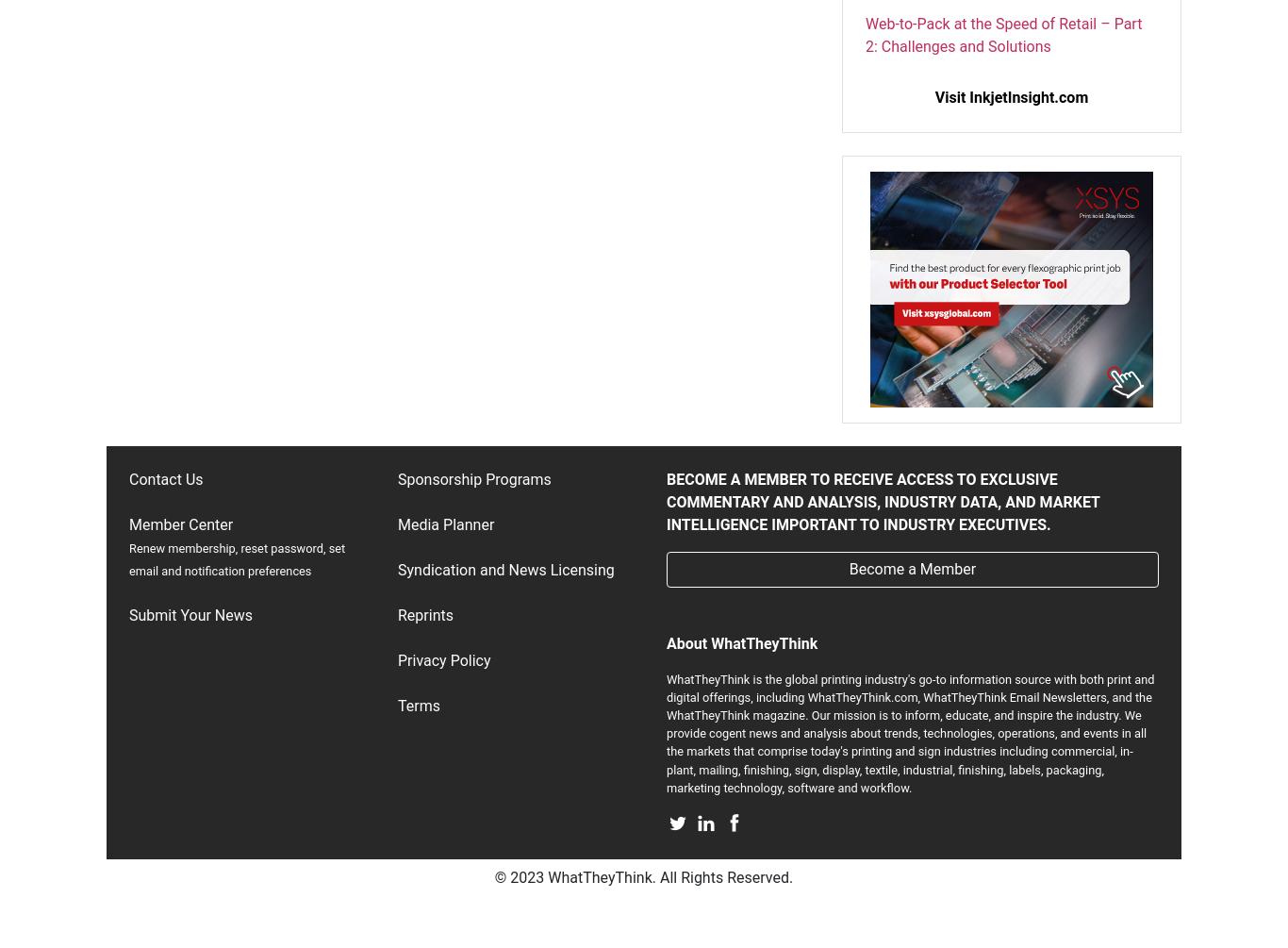 The height and width of the screenshot is (948, 1288). I want to click on 'About WhatTheyThink', so click(741, 642).